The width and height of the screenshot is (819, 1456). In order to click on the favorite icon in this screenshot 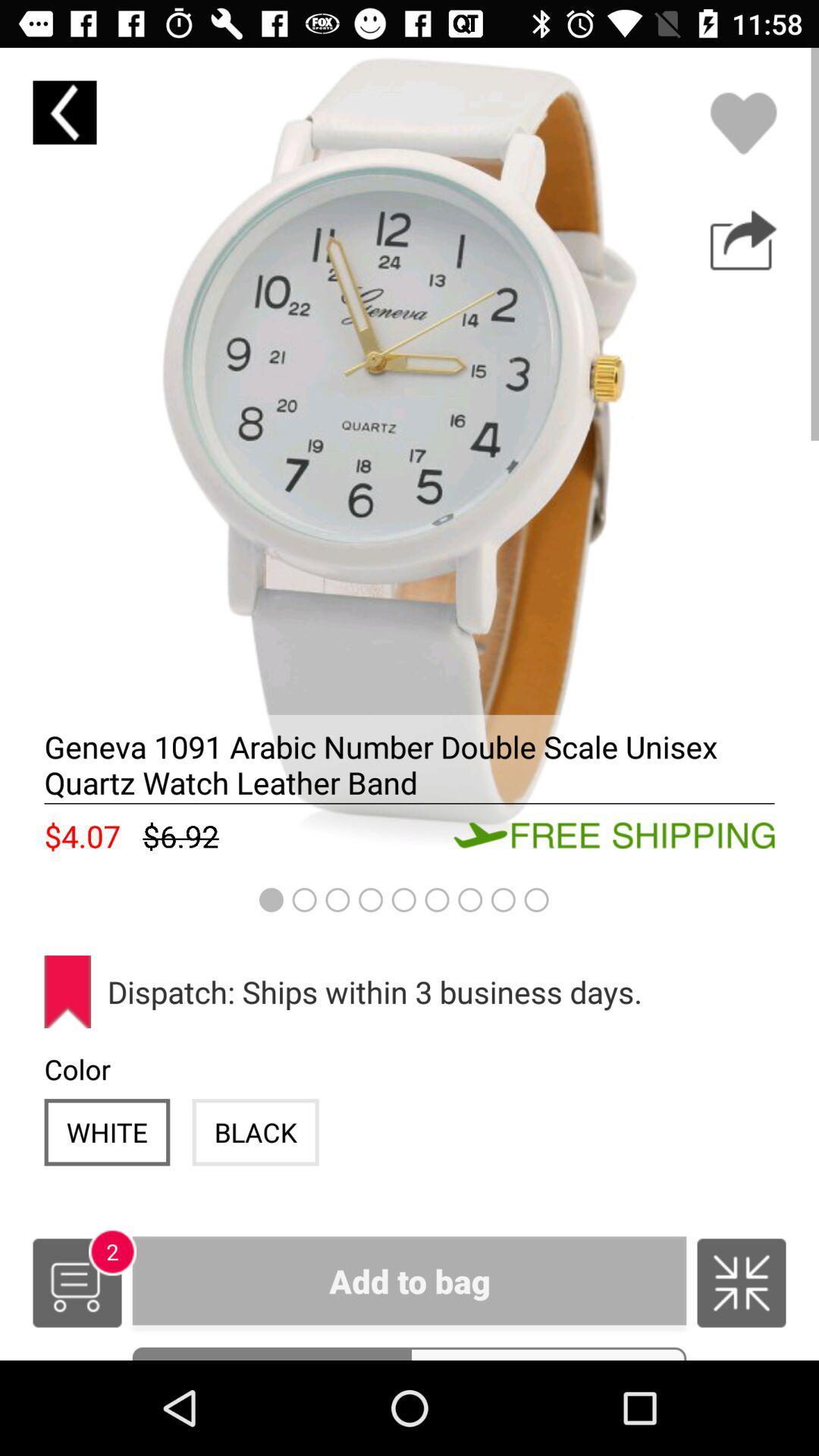, I will do `click(742, 123)`.